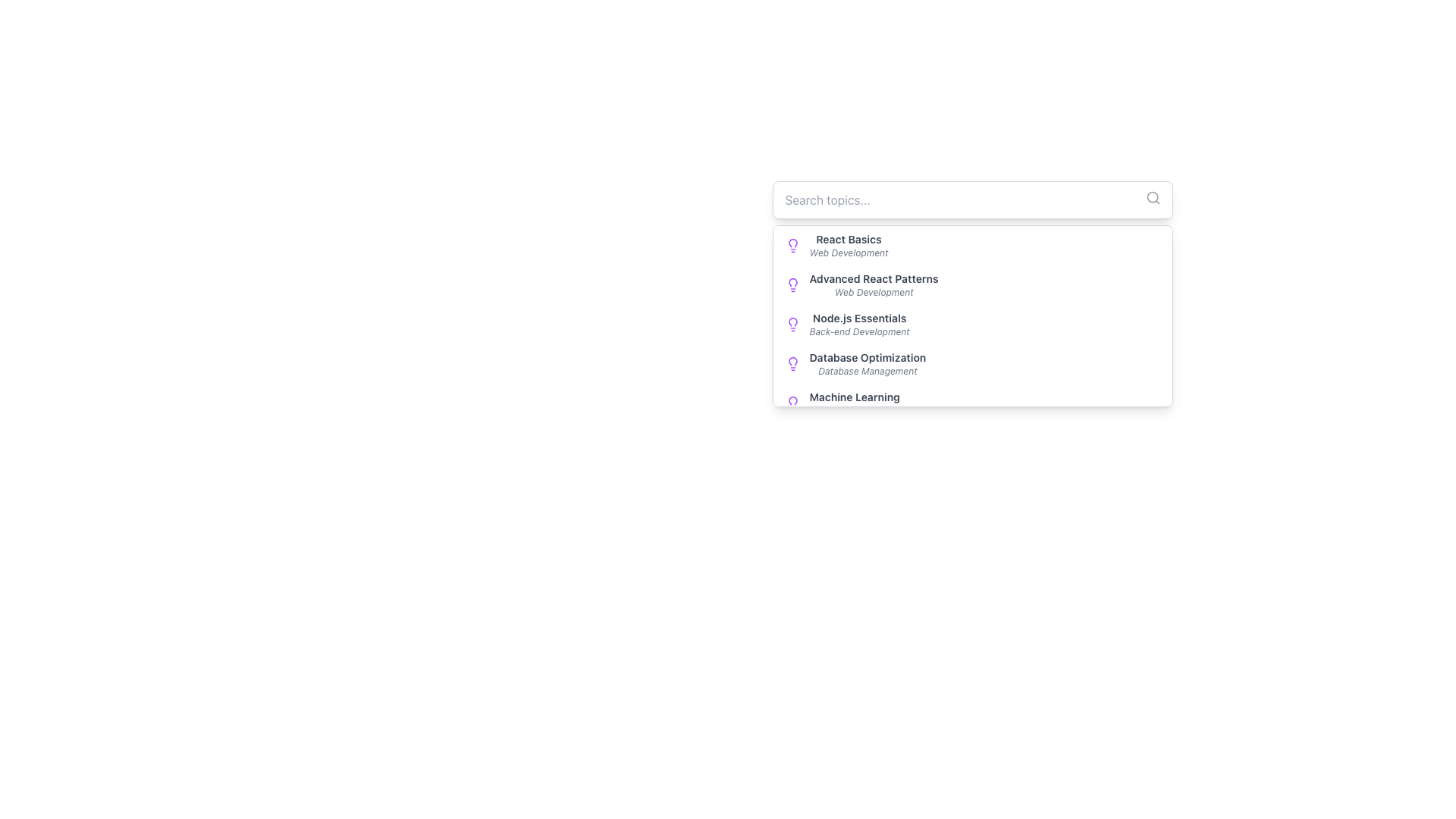  I want to click on the small circle in the SVG graphic that serves as the lens of the search magnifying glass icon located at the top-right corner of the interface, so click(1152, 196).